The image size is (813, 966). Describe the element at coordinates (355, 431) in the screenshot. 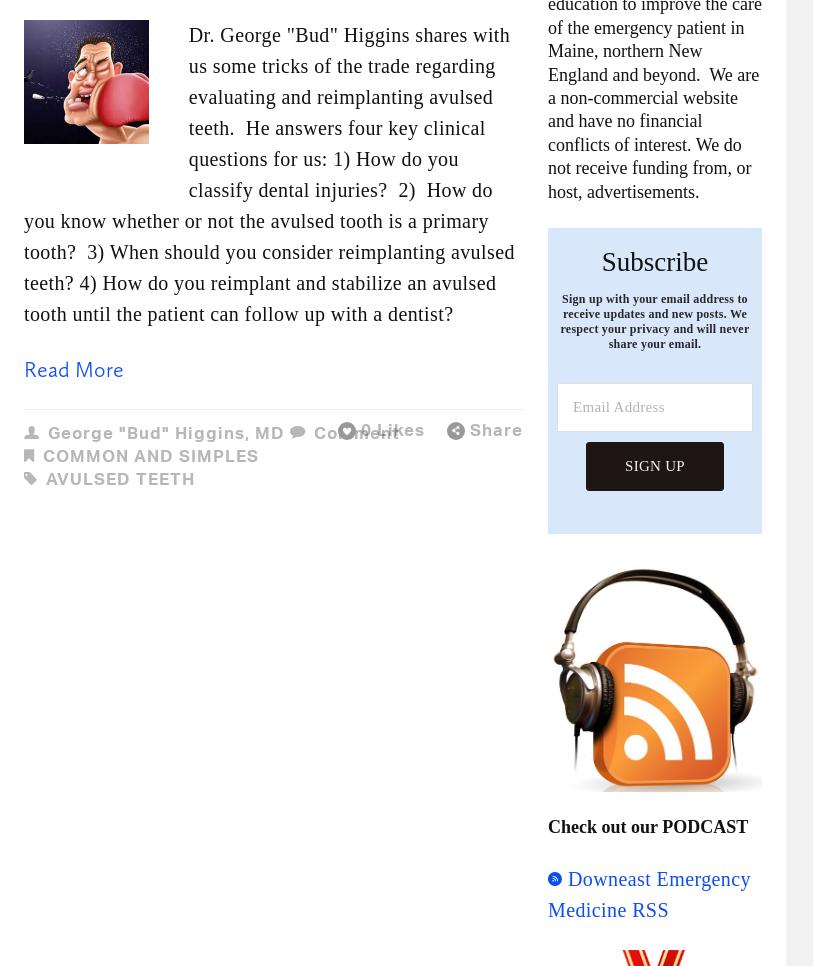

I see `'Comment'` at that location.